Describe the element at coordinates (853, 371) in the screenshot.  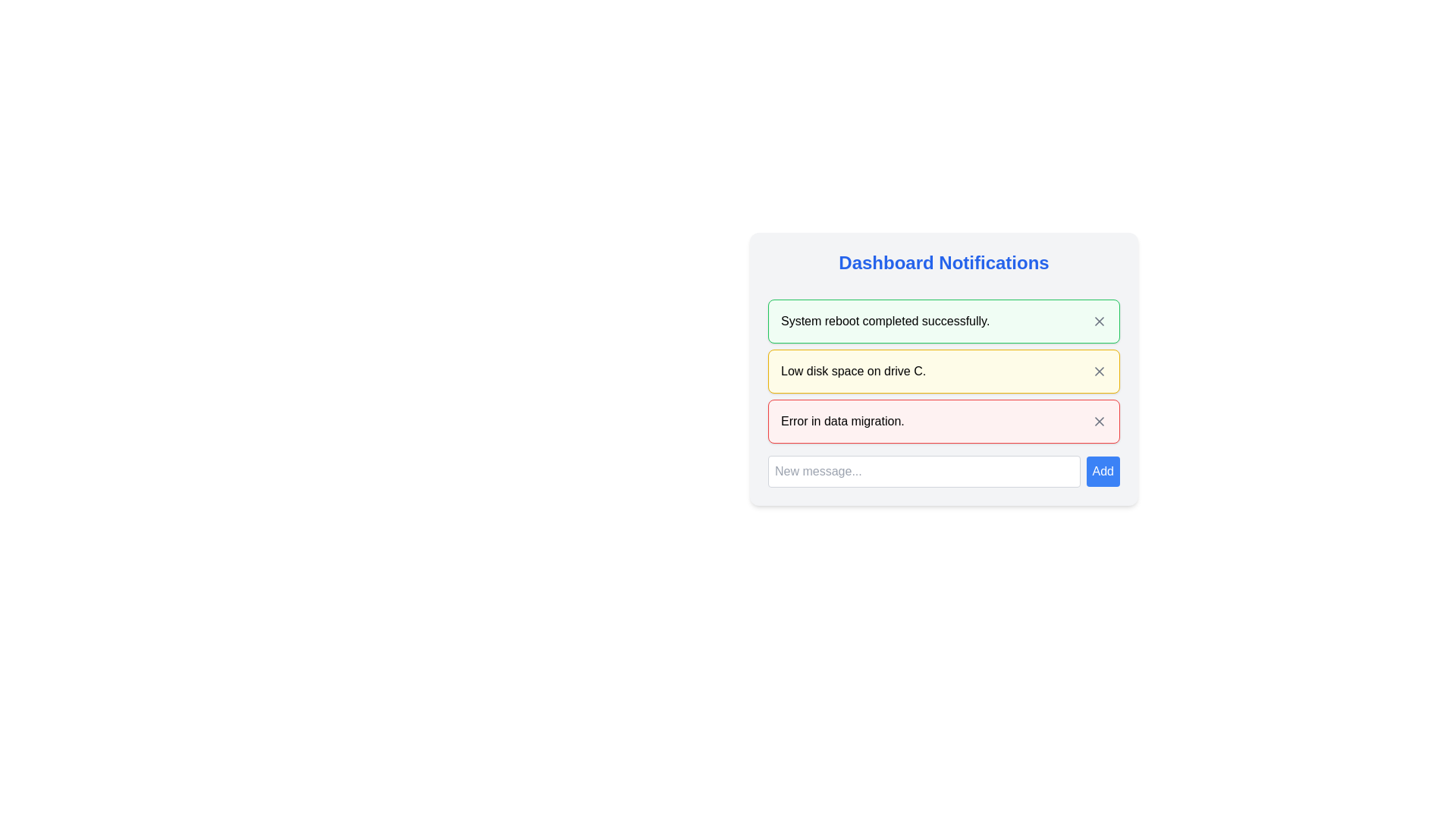
I see `message displayed in the text label saying 'Low disk space on drive C.' which is located in the notification block of the dashboard interface` at that location.